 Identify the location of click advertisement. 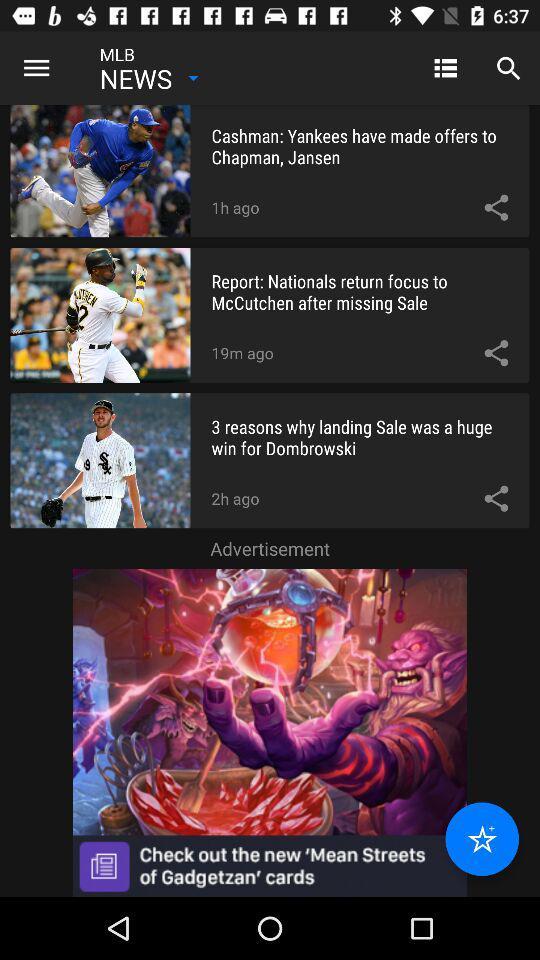
(270, 731).